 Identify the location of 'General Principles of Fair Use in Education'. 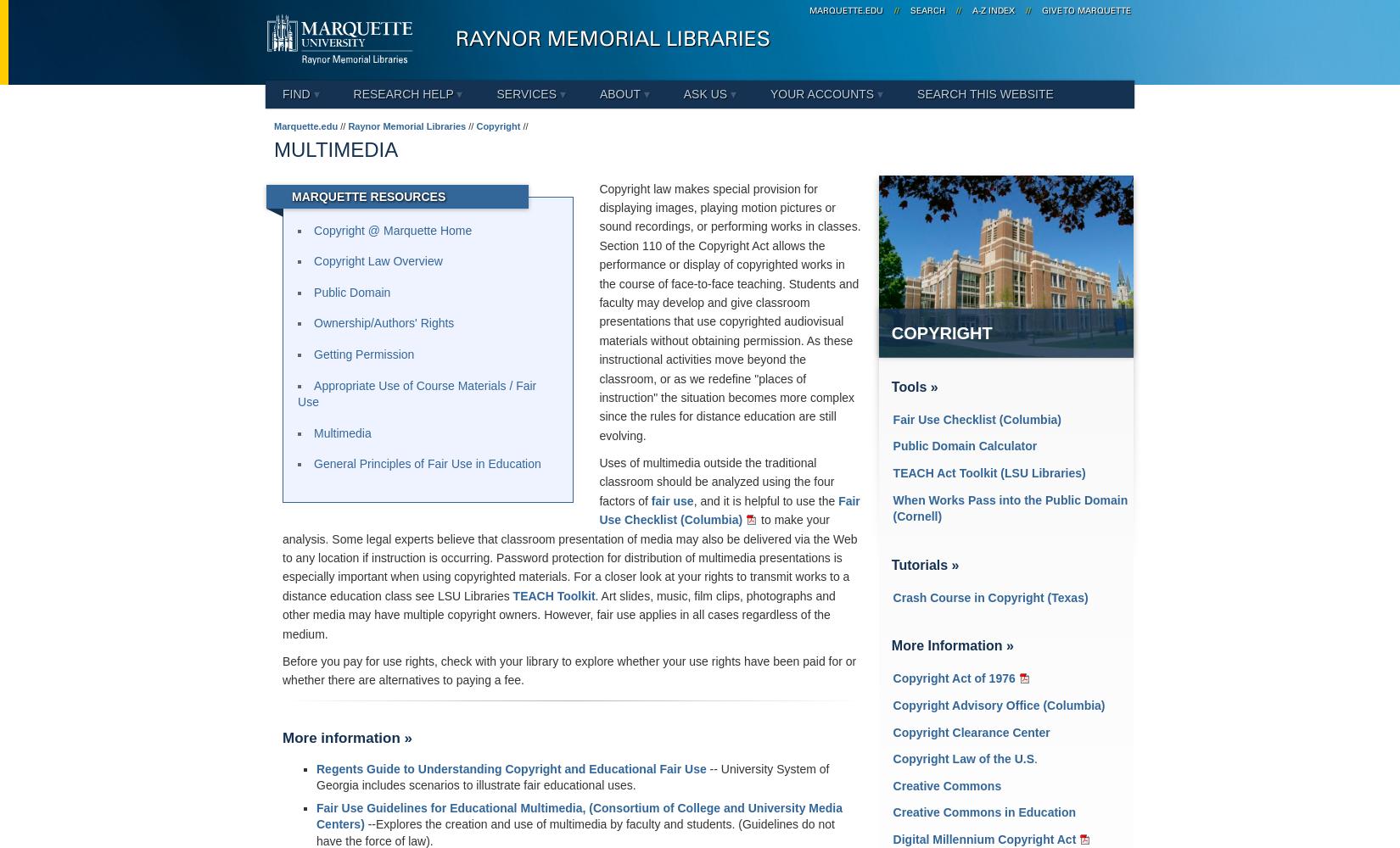
(313, 464).